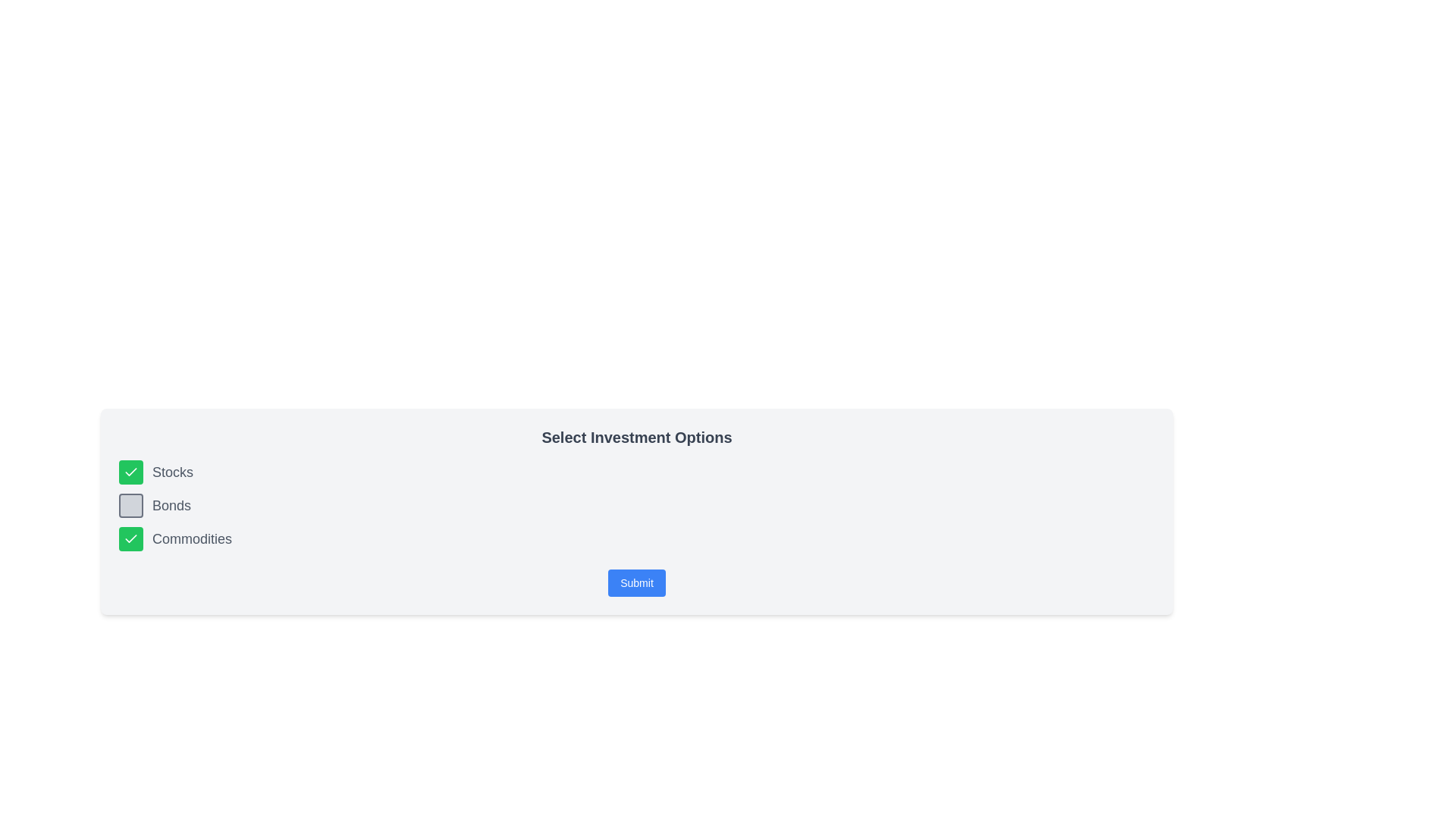  I want to click on the 'Submit' button, which has a blue background and white text, located below the heading 'Select Investment Options', so click(637, 582).